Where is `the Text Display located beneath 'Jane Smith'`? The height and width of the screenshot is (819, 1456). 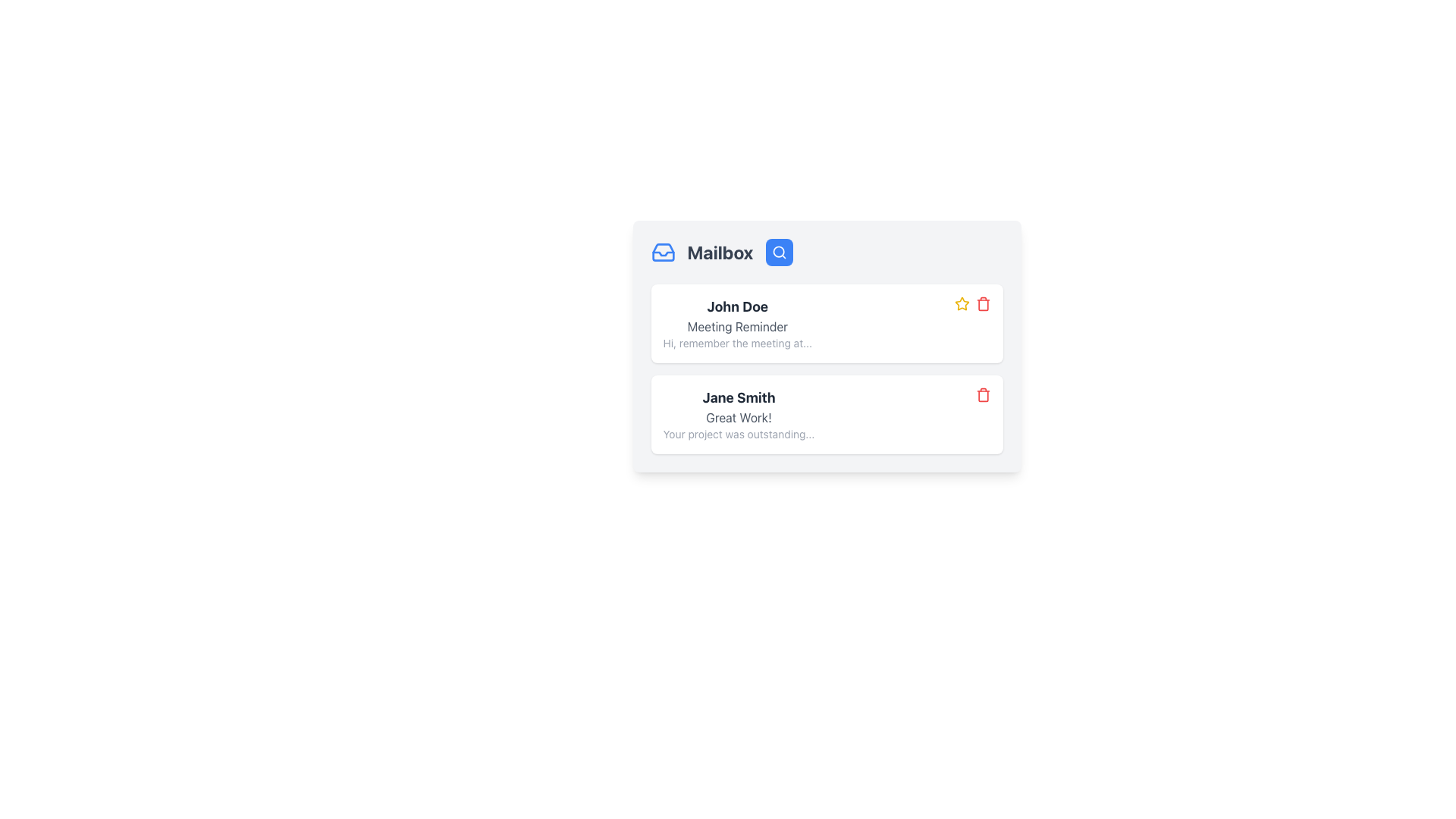 the Text Display located beneath 'Jane Smith' is located at coordinates (739, 418).